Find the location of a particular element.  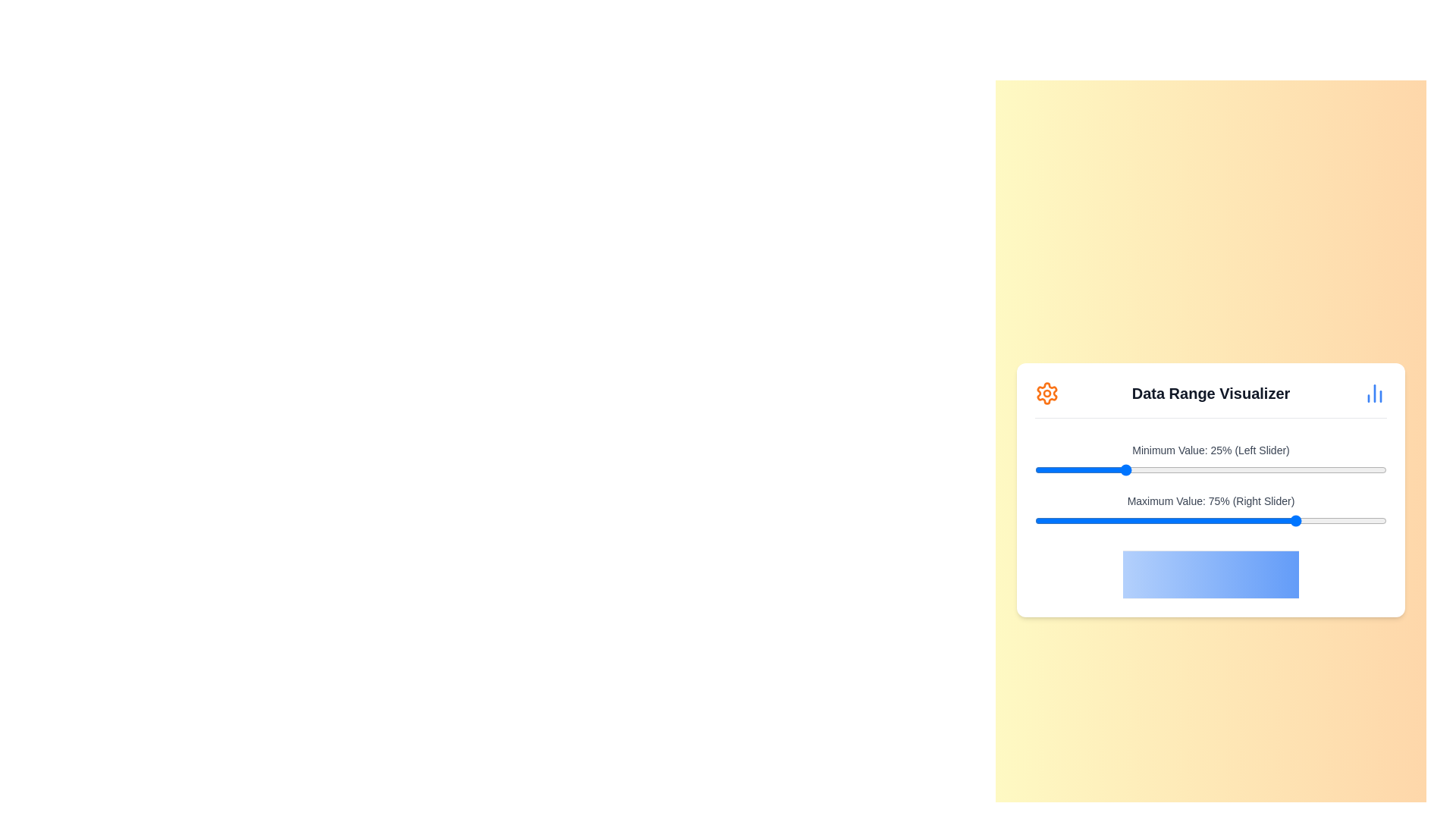

the left slider is located at coordinates (1225, 469).